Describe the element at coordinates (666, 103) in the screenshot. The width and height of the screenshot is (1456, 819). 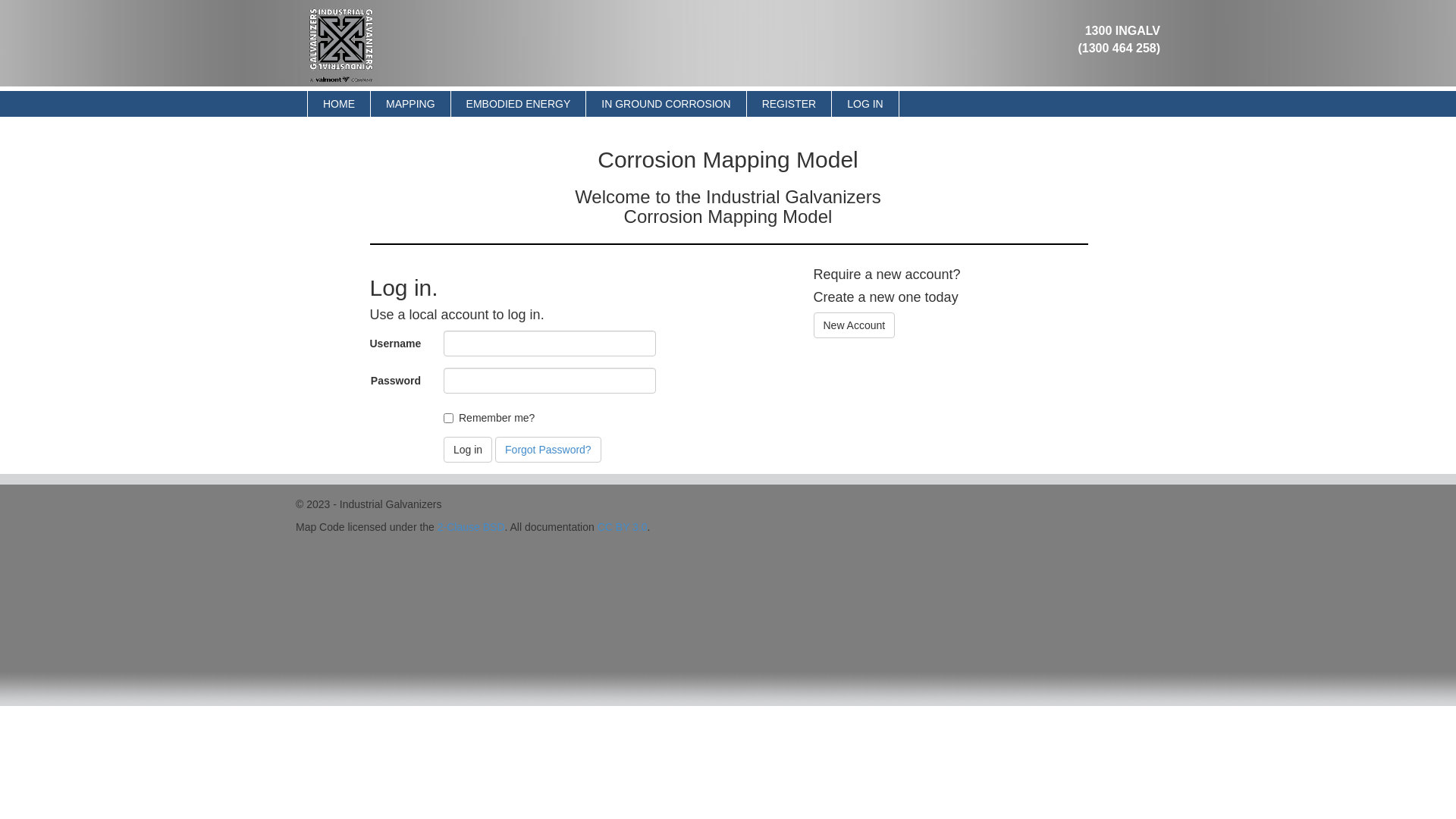
I see `'IN GROUND CORROSION'` at that location.